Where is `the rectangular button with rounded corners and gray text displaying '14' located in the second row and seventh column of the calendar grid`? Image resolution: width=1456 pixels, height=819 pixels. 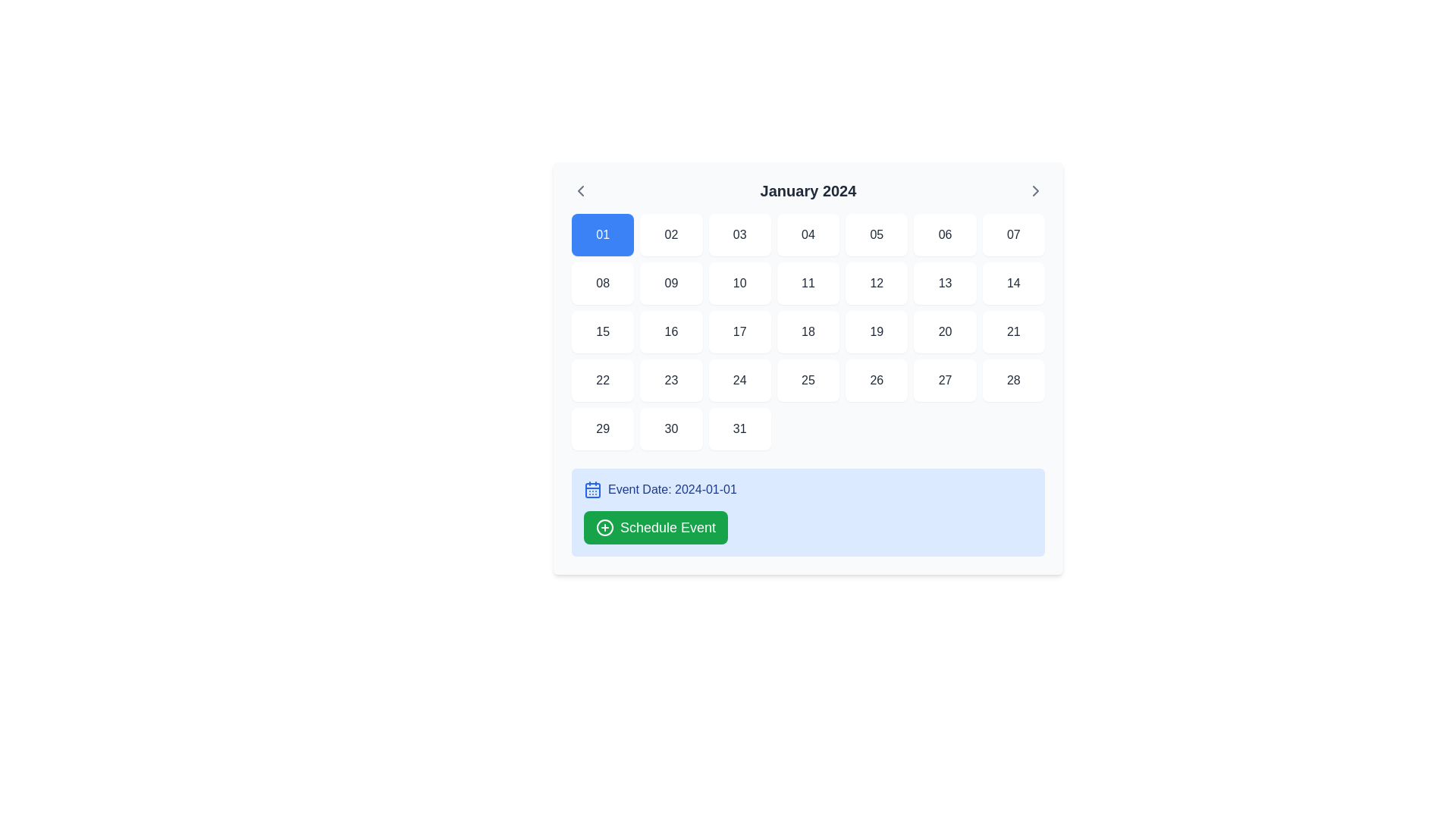
the rectangular button with rounded corners and gray text displaying '14' located in the second row and seventh column of the calendar grid is located at coordinates (1013, 284).